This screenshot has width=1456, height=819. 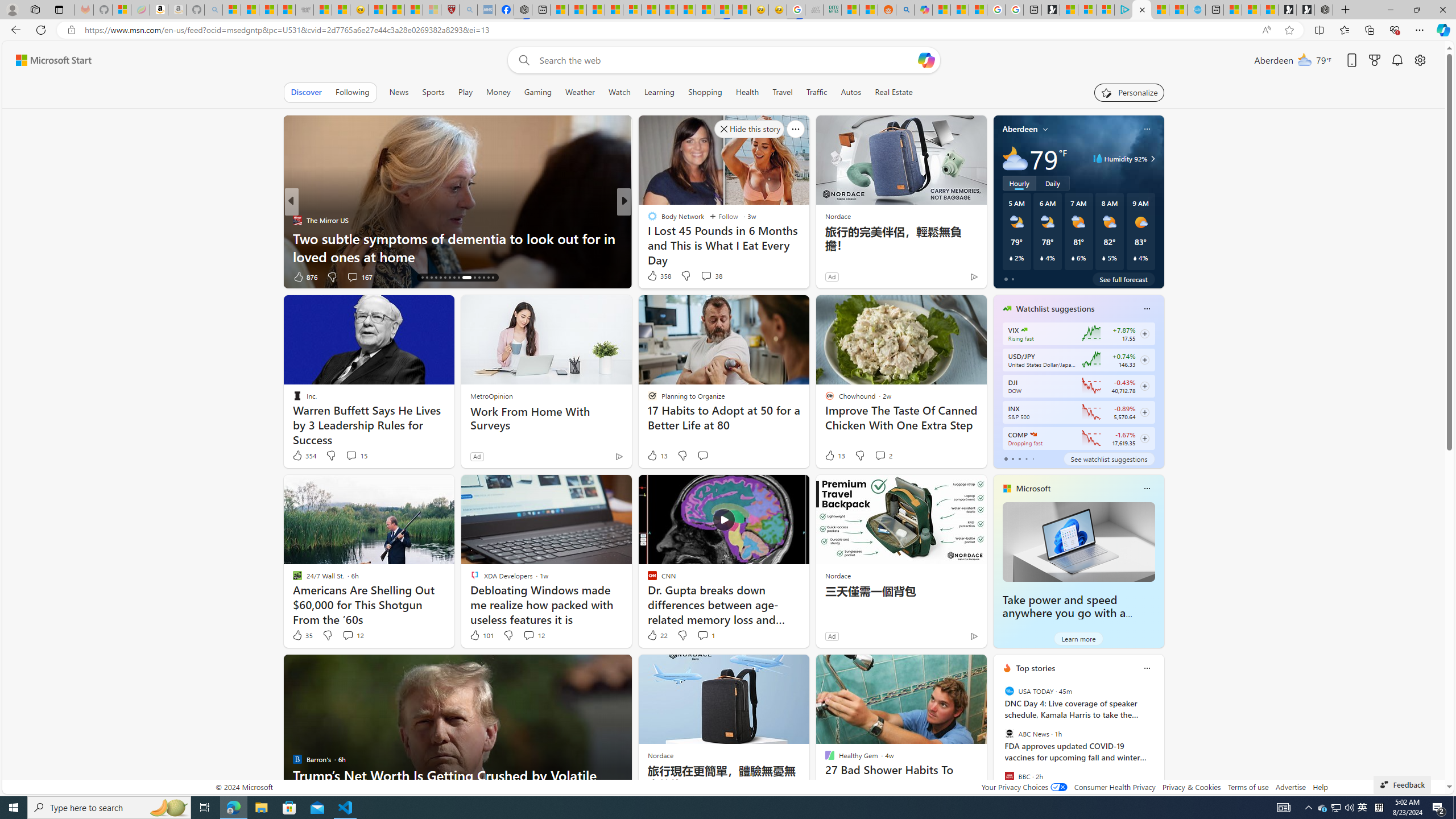 What do you see at coordinates (378, 9) in the screenshot?
I see `'Recipes - MSN'` at bounding box center [378, 9].